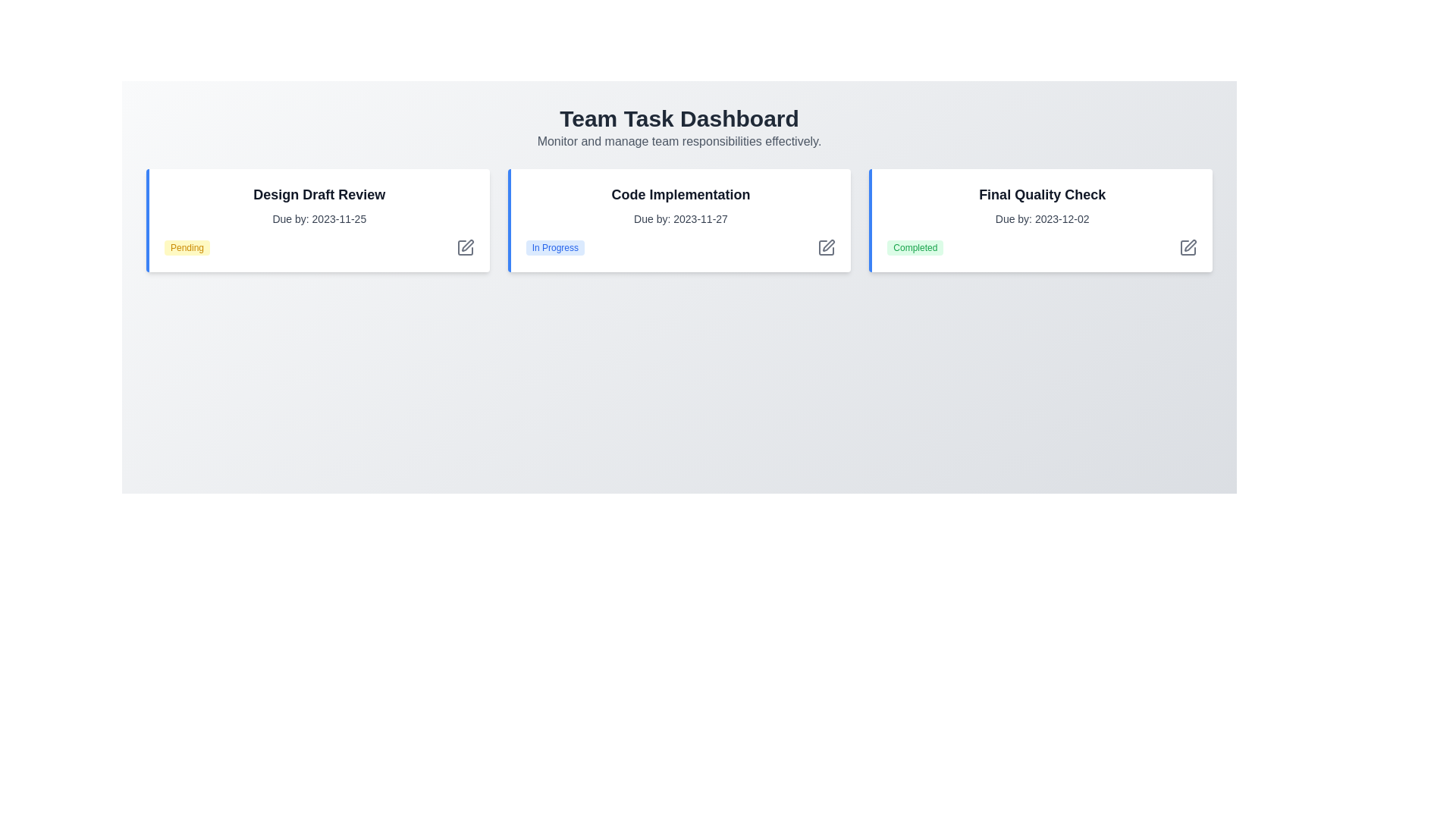 This screenshot has height=819, width=1456. I want to click on the due date text label located in the leftmost 'Design Draft Review' card, positioned below the title and above the 'Pending' status indicator, so click(318, 219).